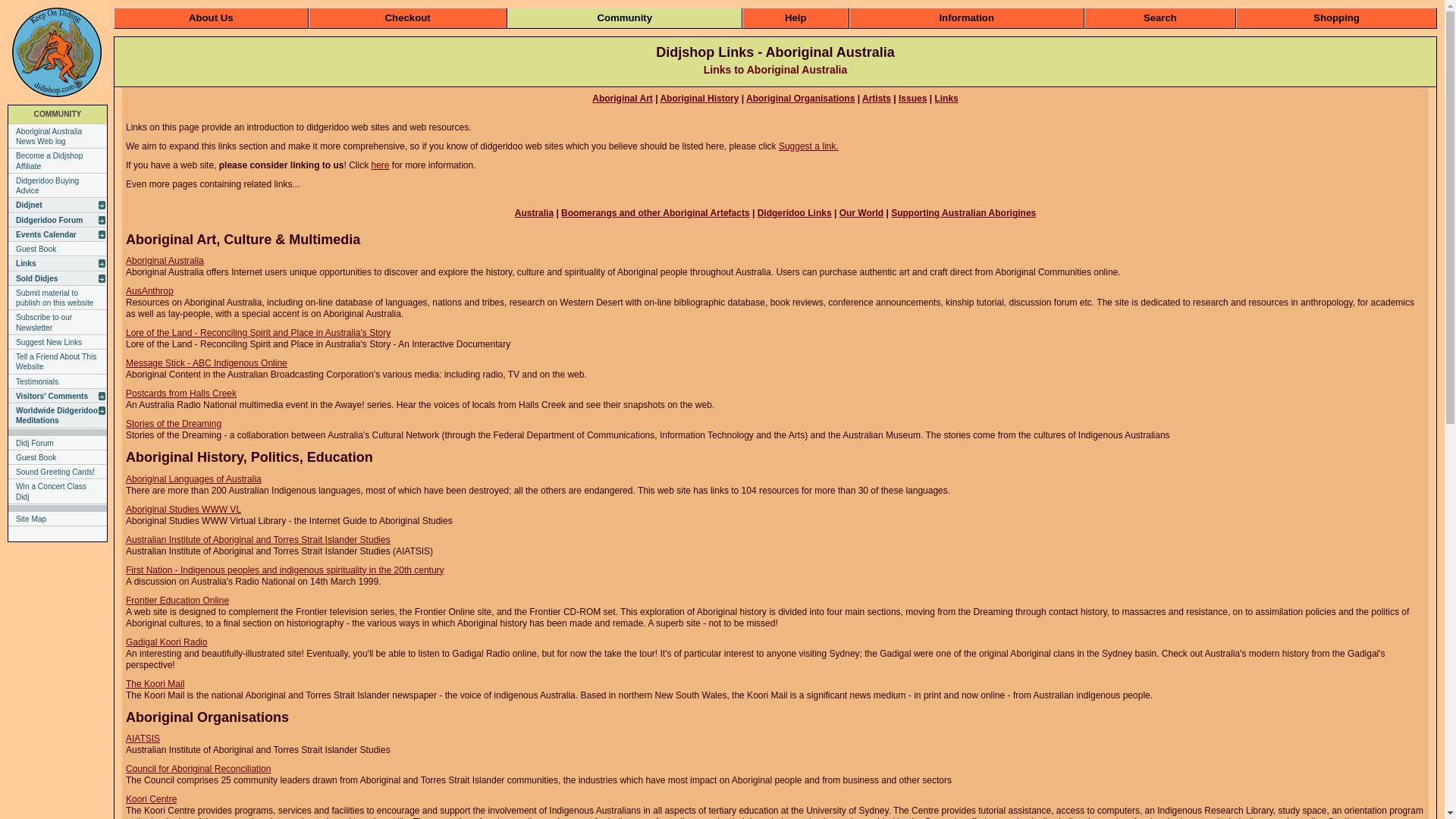 The height and width of the screenshot is (819, 1456). What do you see at coordinates (58, 491) in the screenshot?
I see `'Win a Concert Class Didj'` at bounding box center [58, 491].